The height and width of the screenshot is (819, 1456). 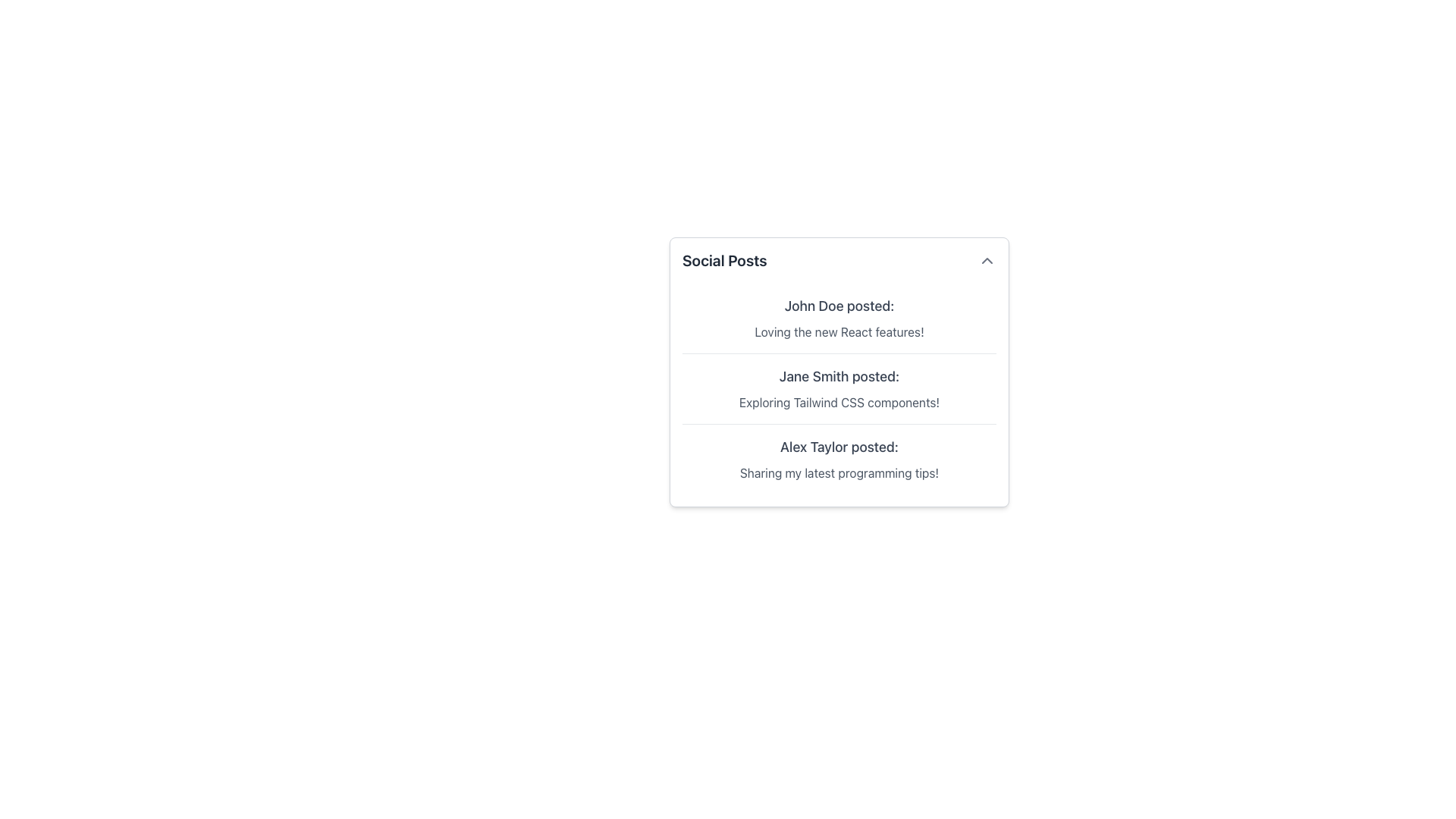 I want to click on the static text element displaying a message shared by user 'Jane Smith', which is located below the heading 'Jane Smith posted:', so click(x=839, y=402).